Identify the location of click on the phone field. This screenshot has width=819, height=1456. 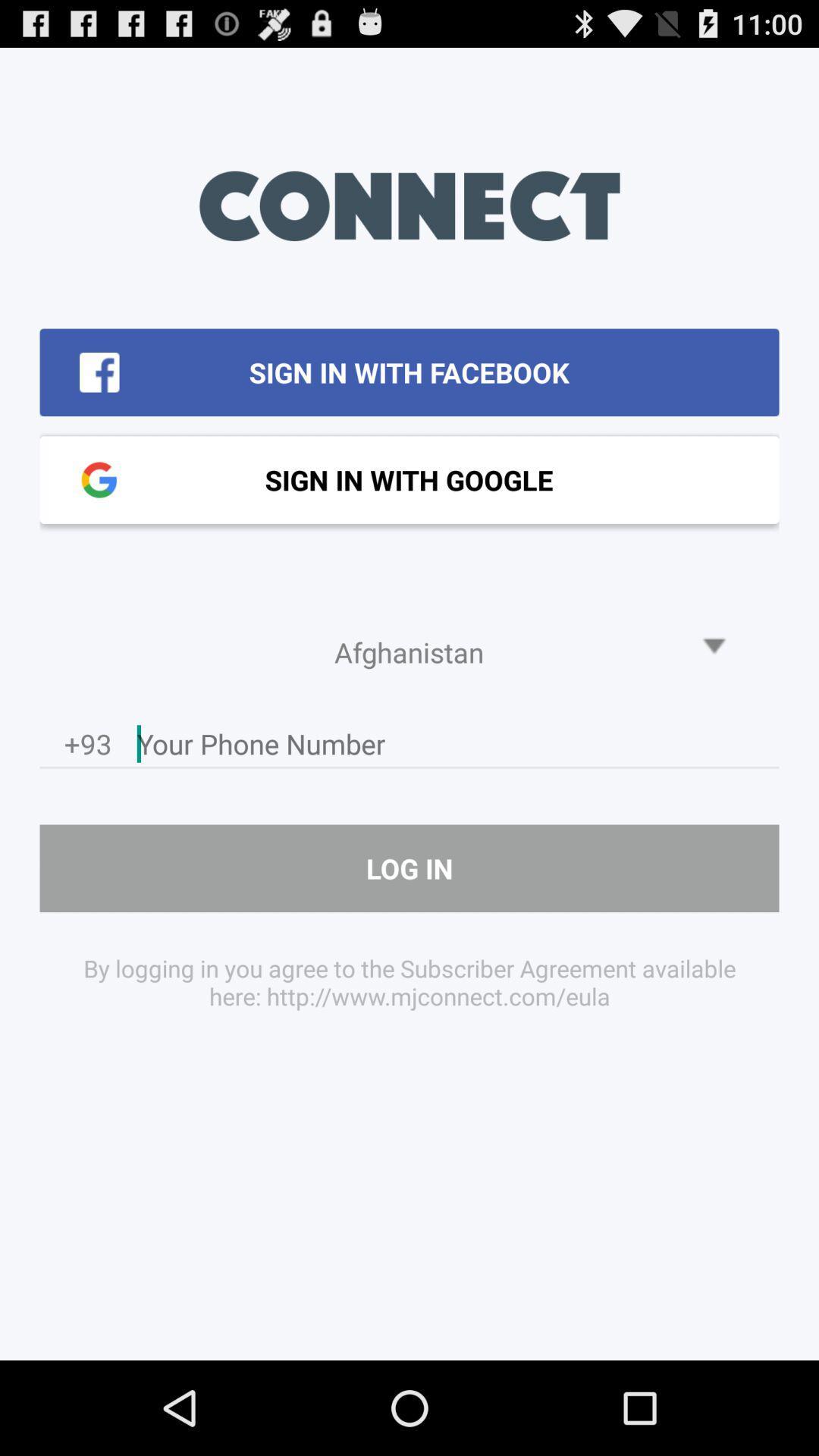
(457, 748).